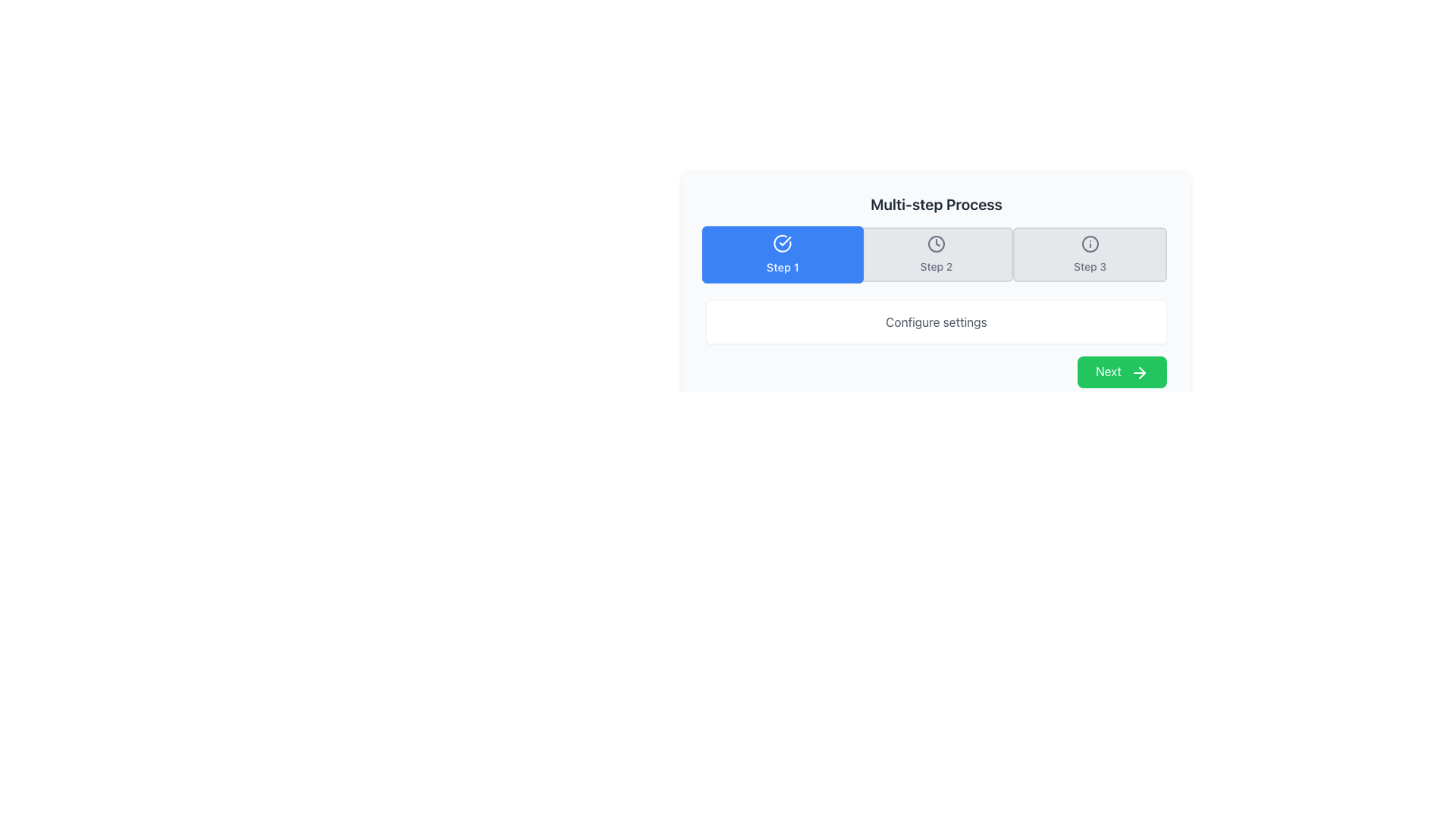 The image size is (1456, 819). I want to click on the button that proceeds to the next step in the multi-step interface, located at the bottom-right corner of the interface, so click(1122, 372).